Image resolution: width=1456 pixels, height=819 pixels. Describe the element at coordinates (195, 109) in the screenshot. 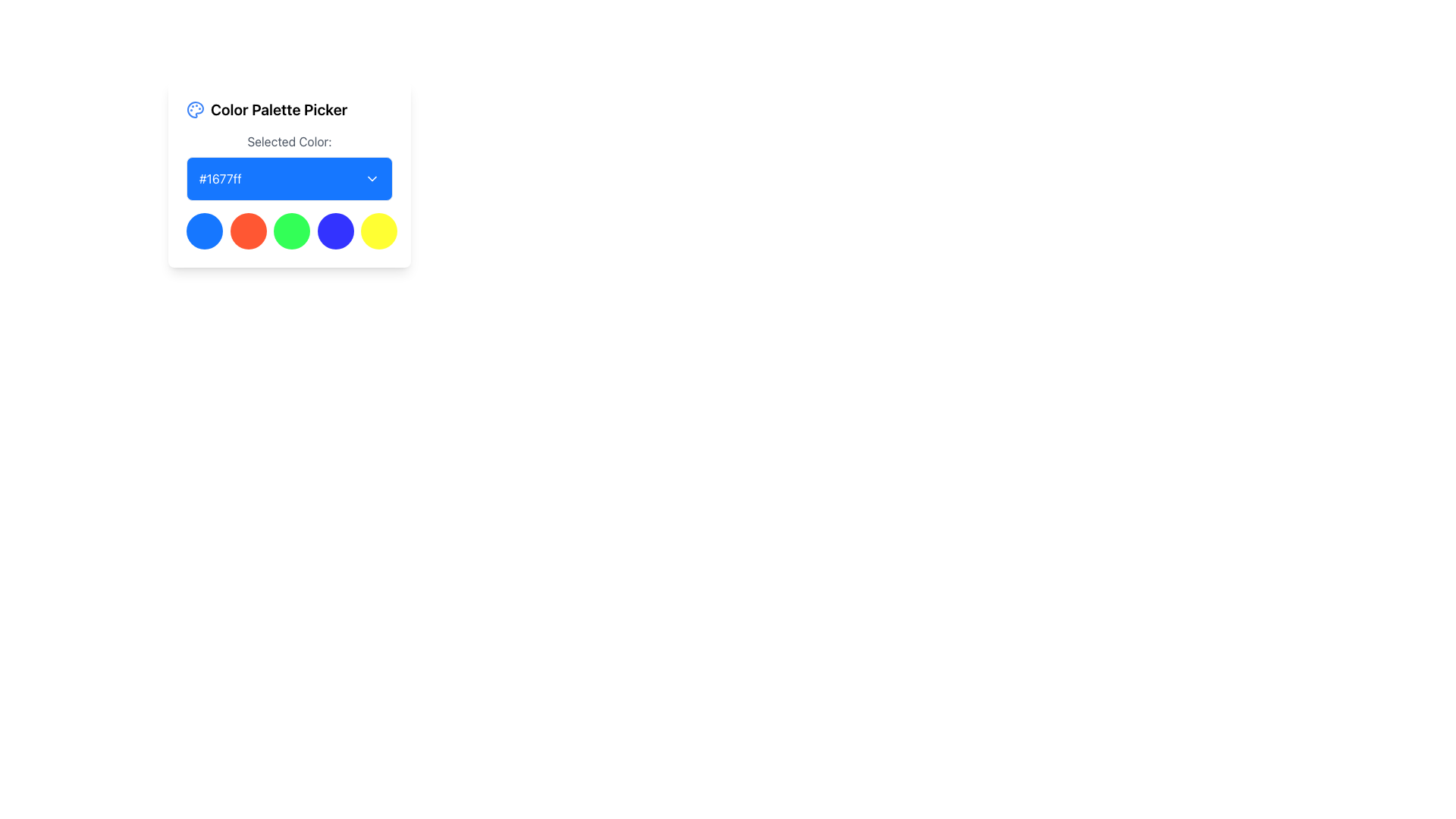

I see `the static icon resembling a palette, which has a blue-colored outline and embedded circles indicating paint colors, positioned to the left of the 'Color Palette Picker' label` at that location.